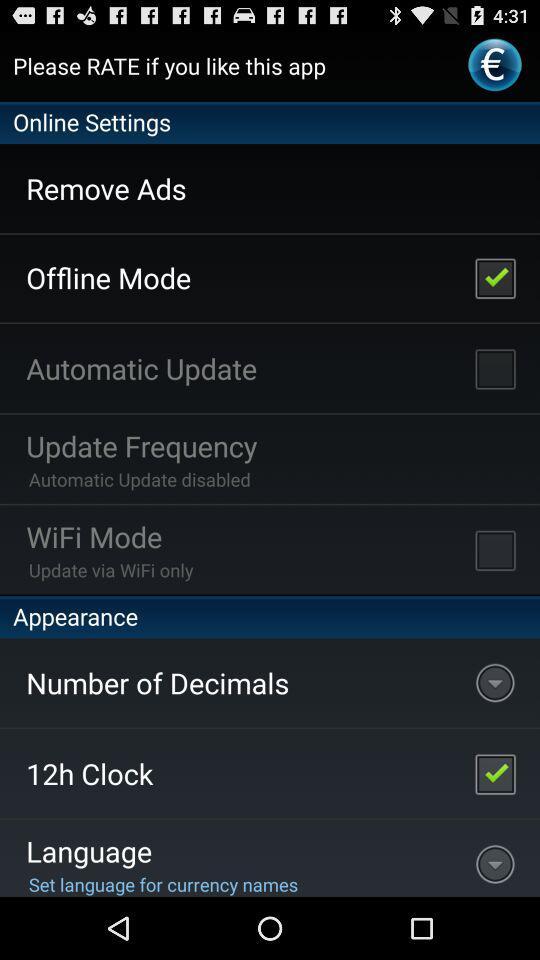 The image size is (540, 960). Describe the element at coordinates (494, 857) in the screenshot. I see `last drop down` at that location.